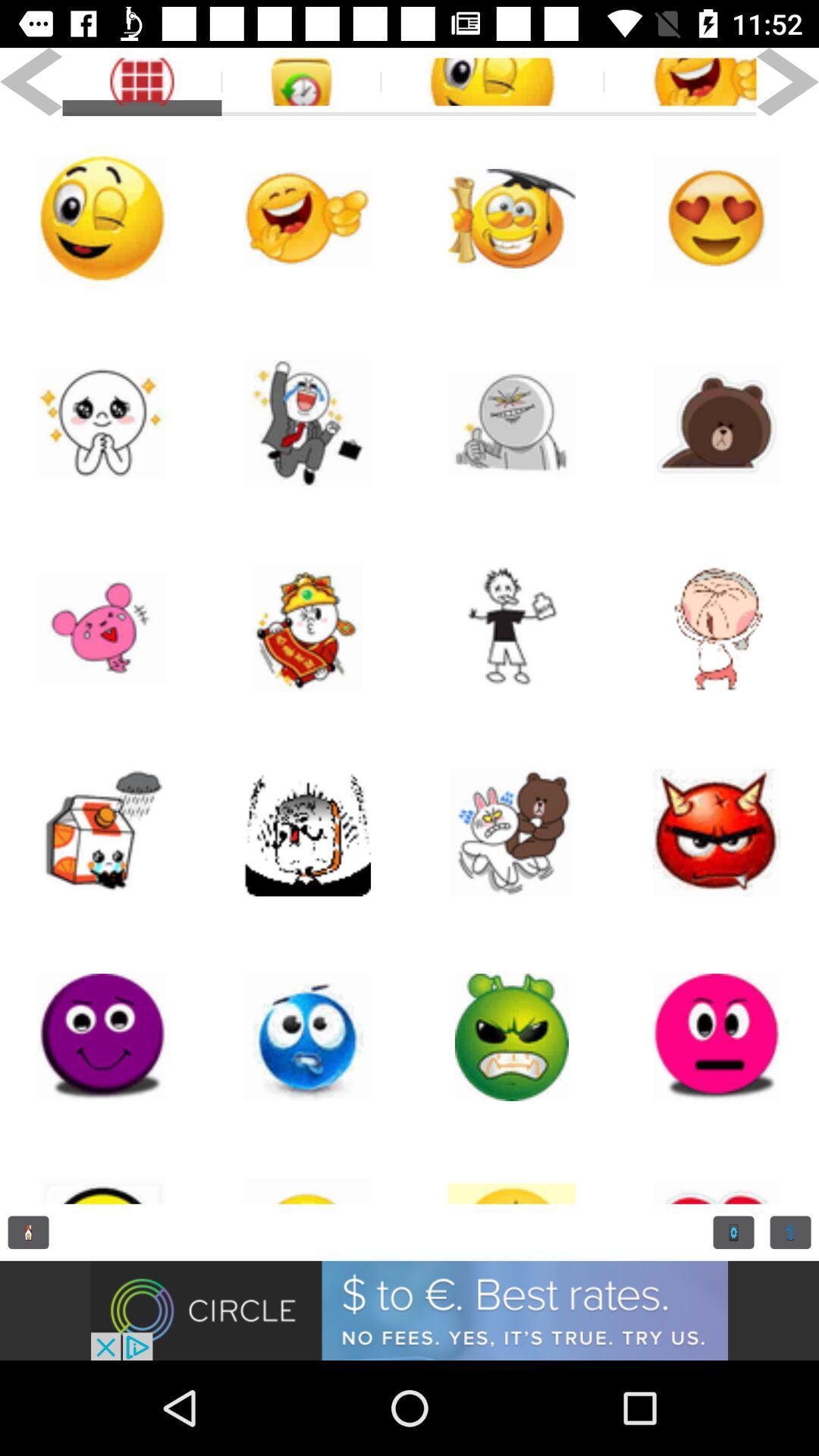 This screenshot has width=819, height=1456. I want to click on sticker, so click(512, 218).